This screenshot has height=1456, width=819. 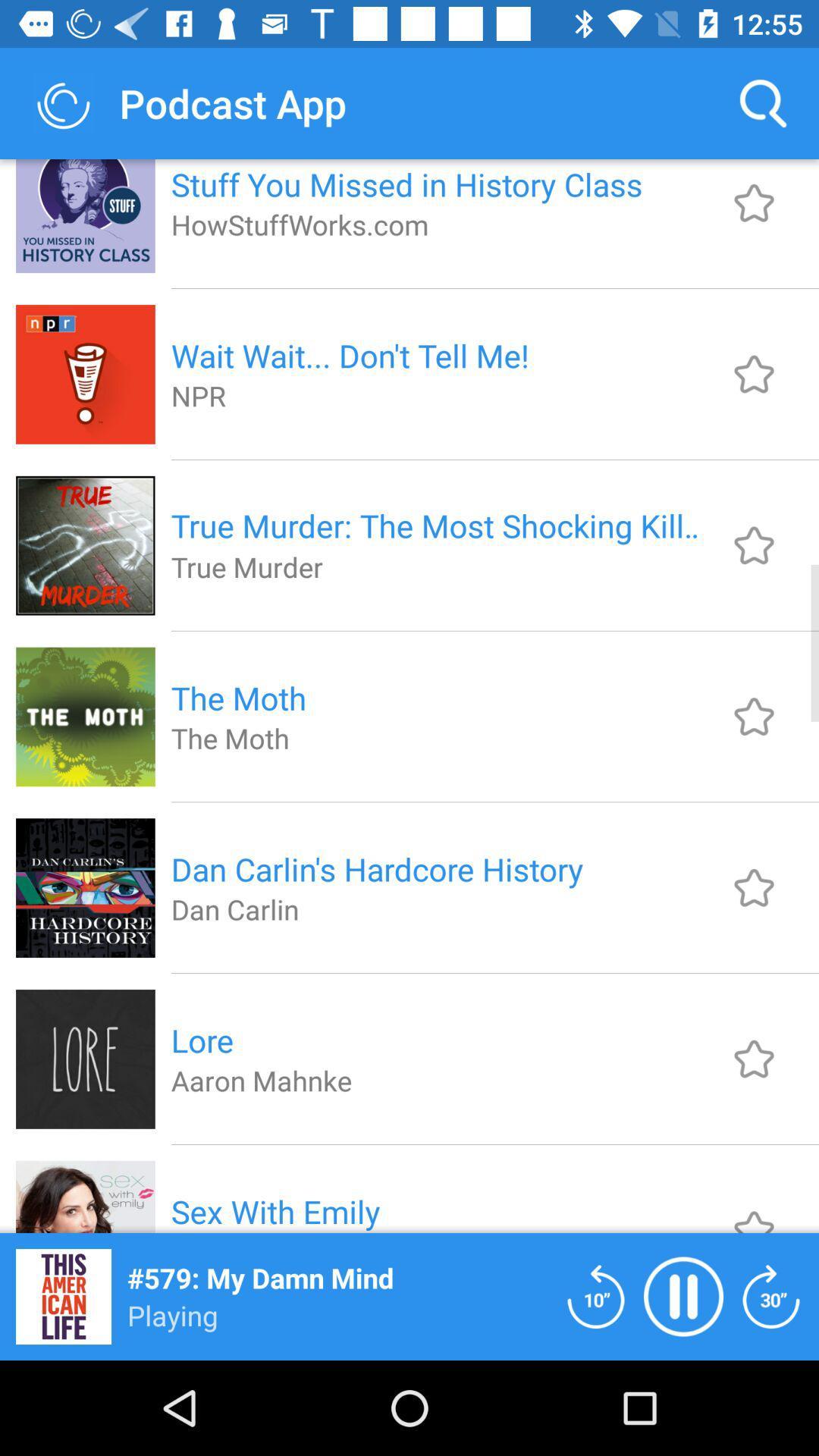 I want to click on the av_forward icon, so click(x=771, y=1295).